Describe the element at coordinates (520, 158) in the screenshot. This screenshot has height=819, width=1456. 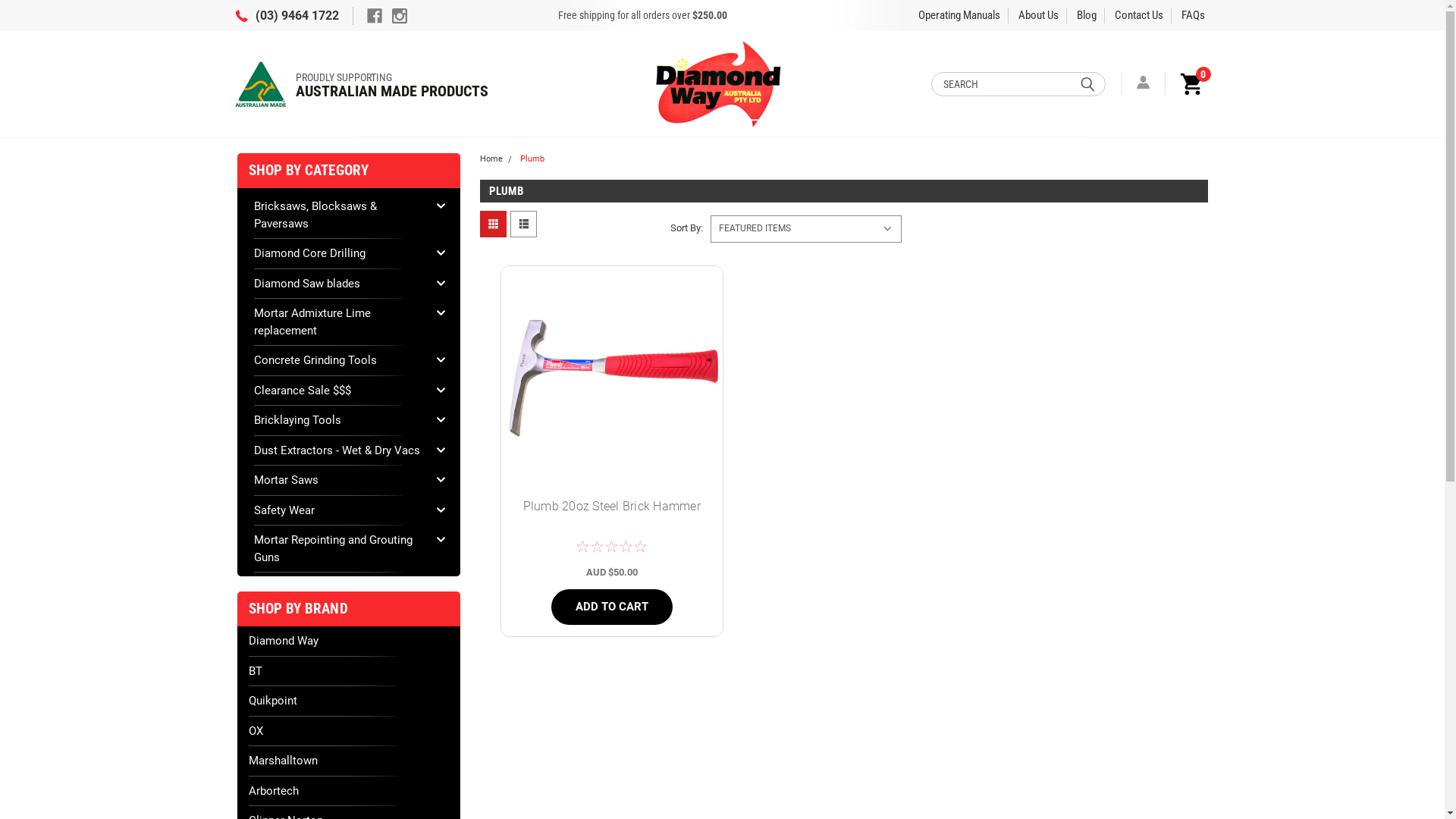
I see `'Plumb'` at that location.